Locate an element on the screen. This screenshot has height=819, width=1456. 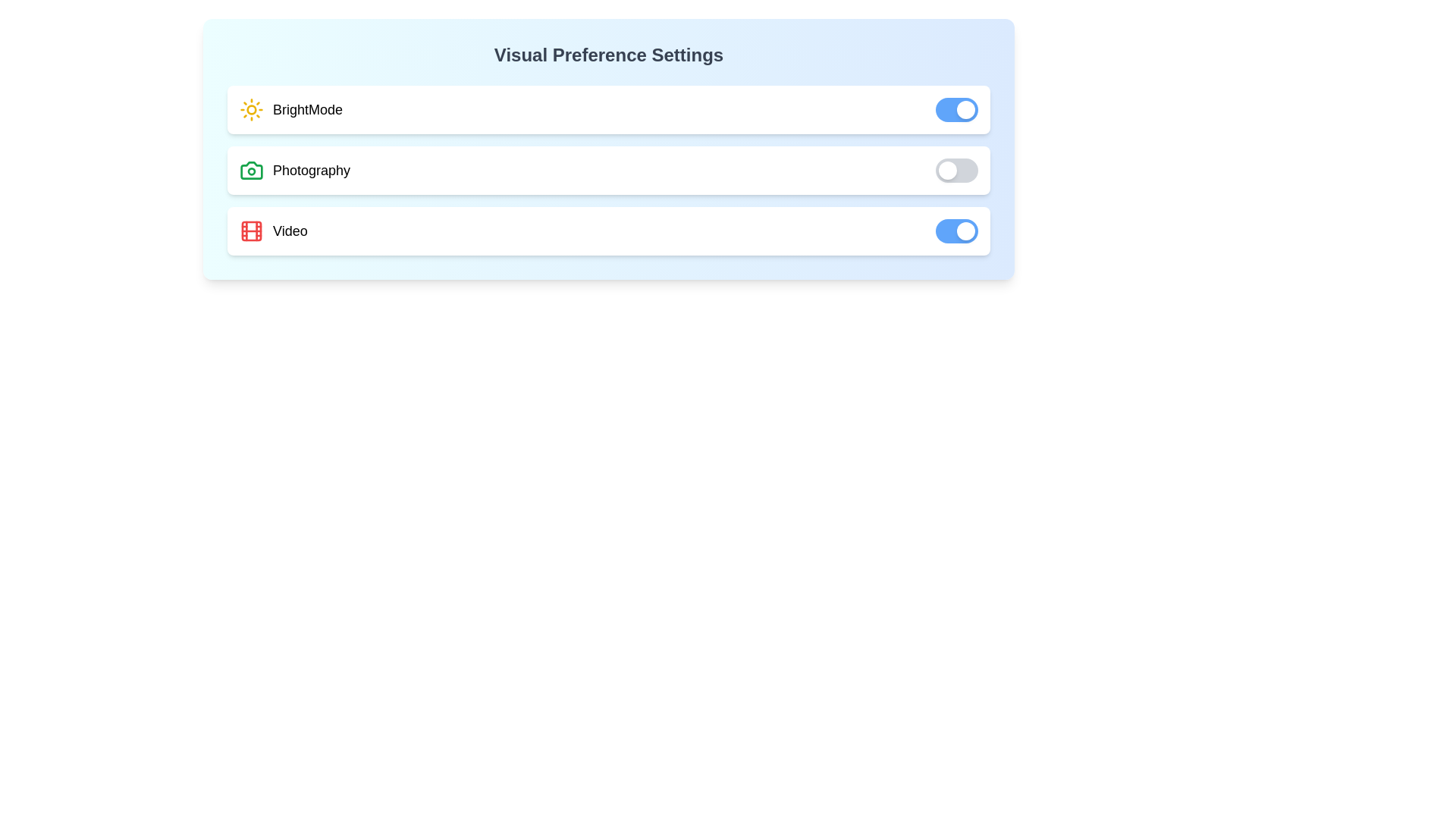
the toggle switch for 'Video' preference to change its state is located at coordinates (956, 231).